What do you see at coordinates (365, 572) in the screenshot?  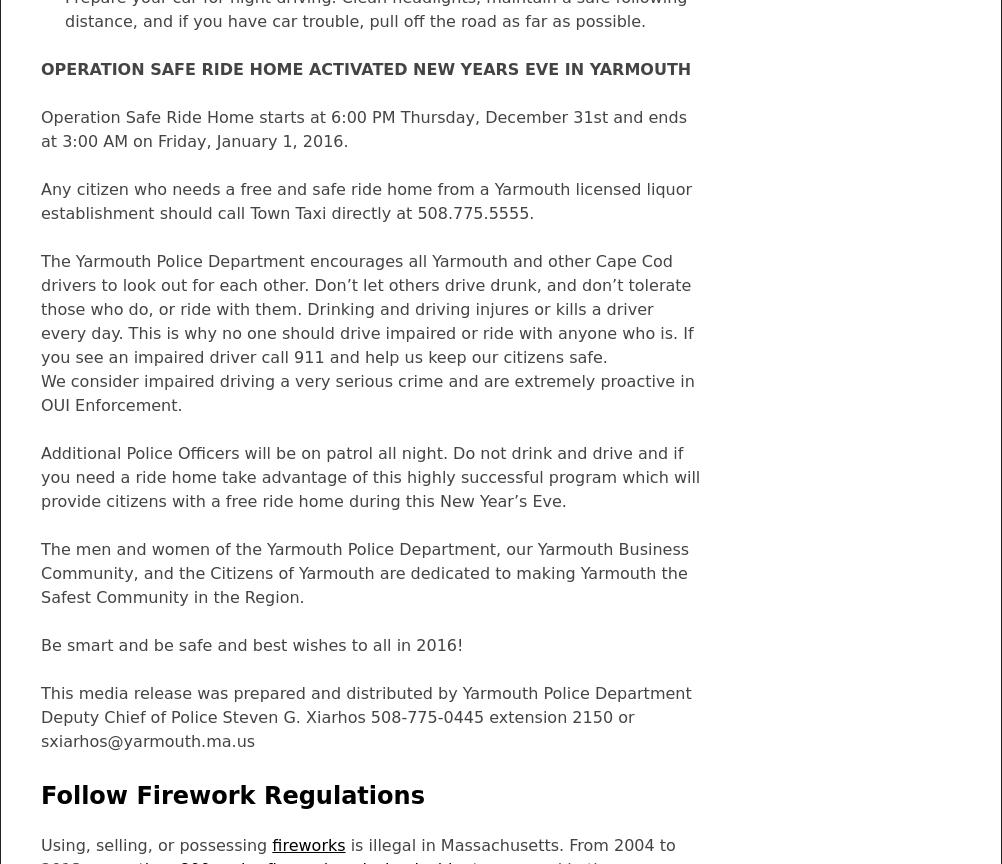 I see `'The men and women of the Yarmouth Police Department, our Yarmouth Business Community, and the Citizens of Yarmouth are dedicated to making Yarmouth the Safest Community in the Region.'` at bounding box center [365, 572].